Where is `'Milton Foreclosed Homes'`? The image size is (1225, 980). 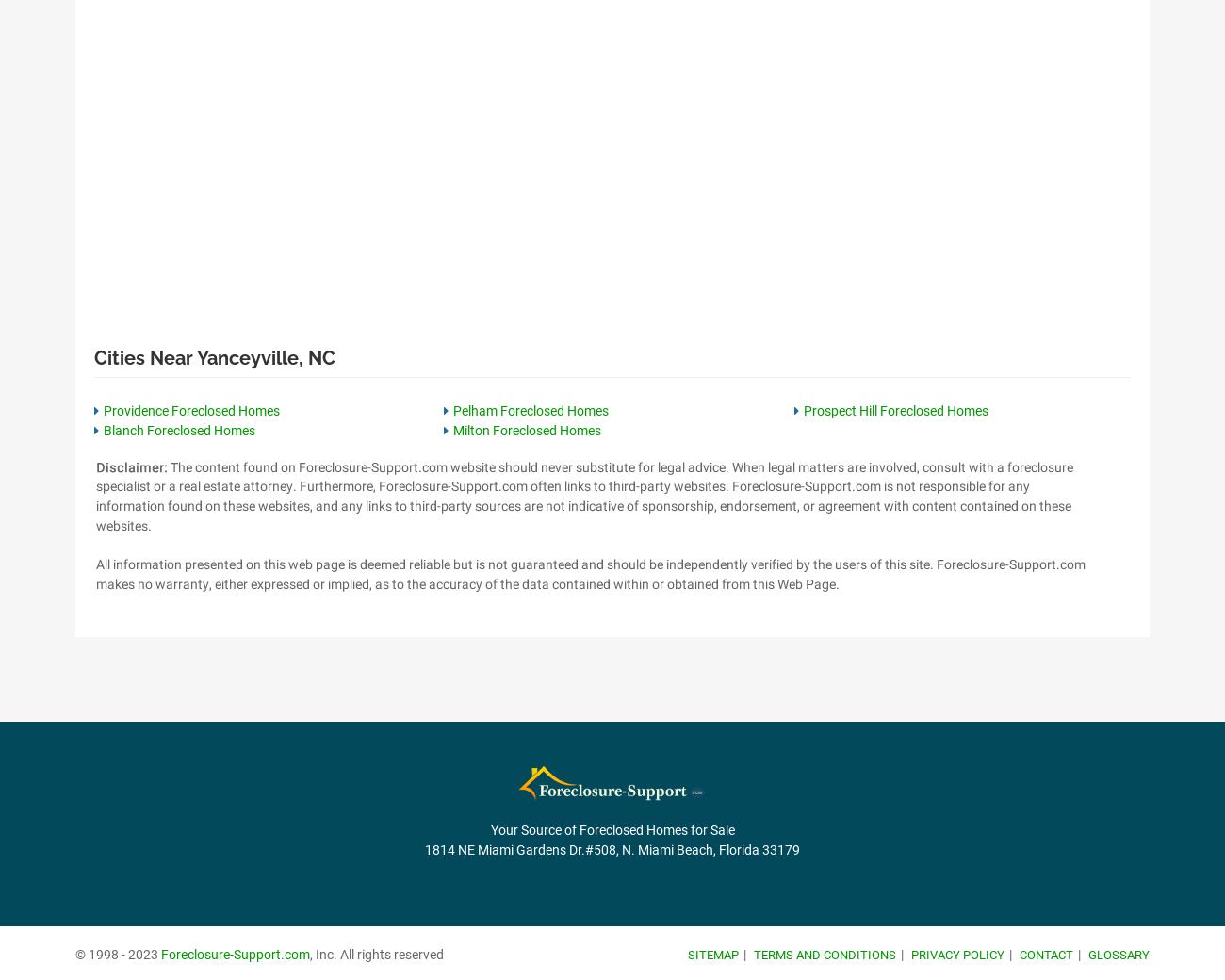 'Milton Foreclosed Homes' is located at coordinates (526, 430).